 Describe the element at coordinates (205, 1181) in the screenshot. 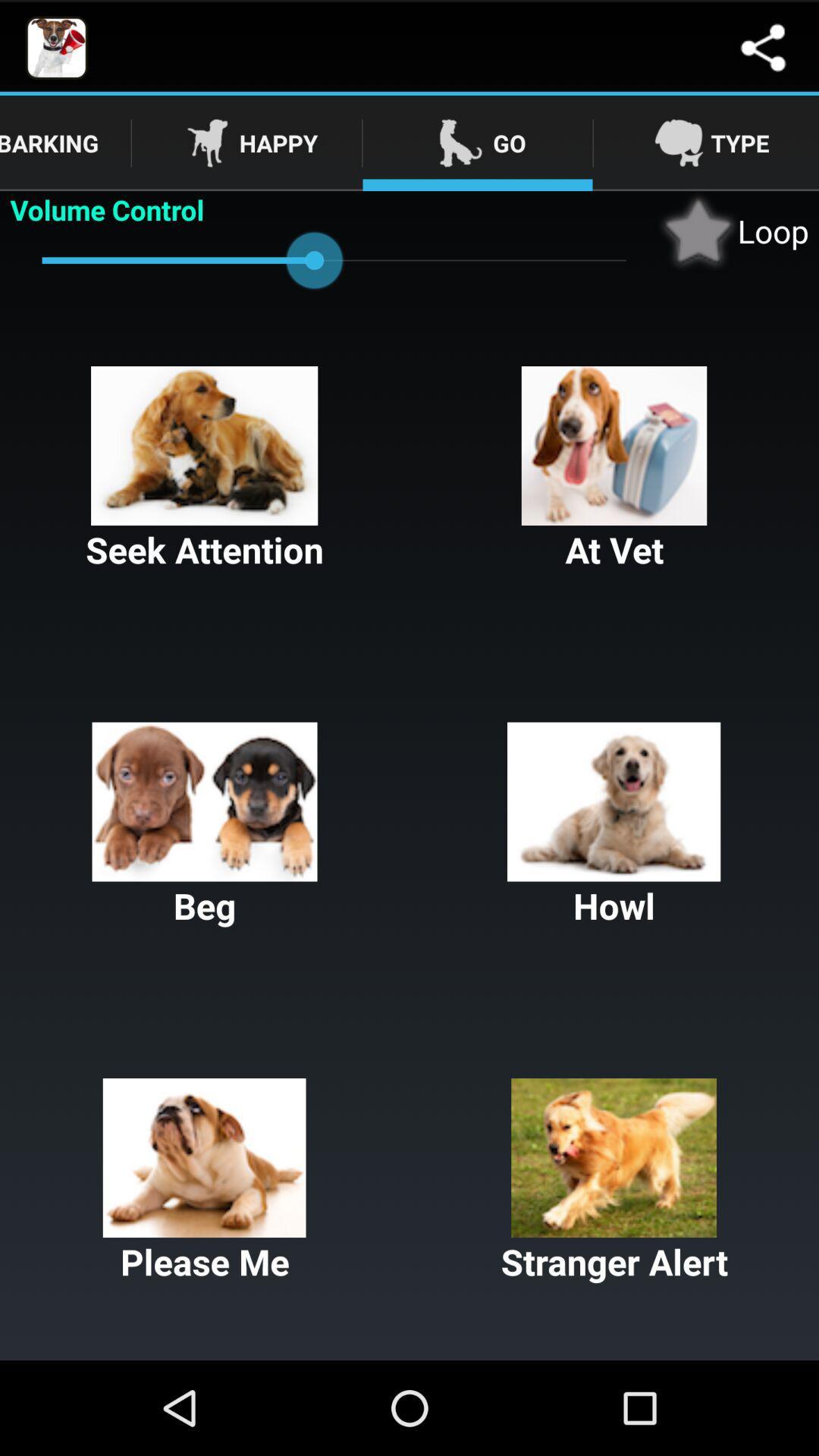

I see `the please me at the bottom left corner` at that location.